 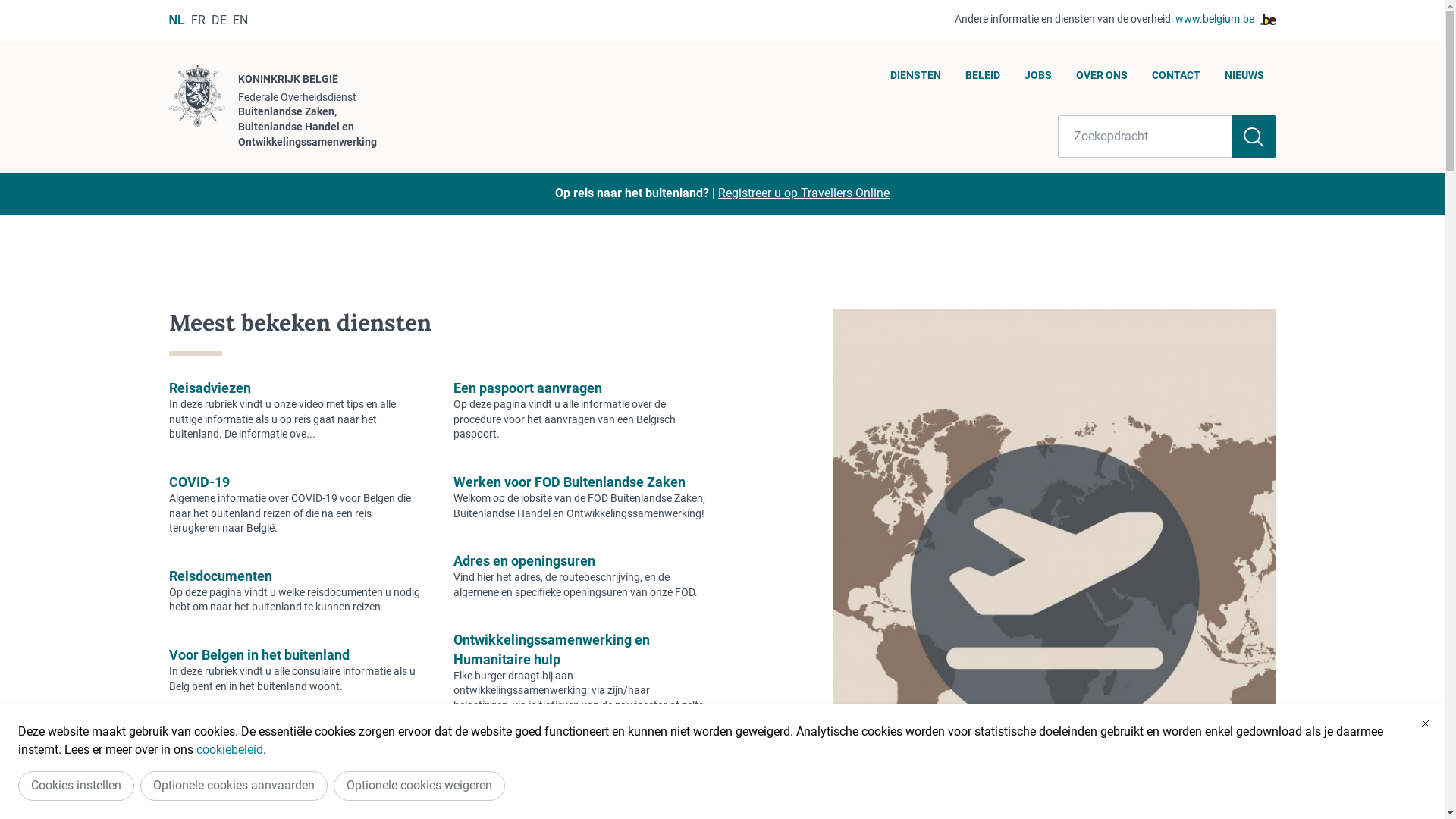 I want to click on 'Filteren', so click(x=1254, y=136).